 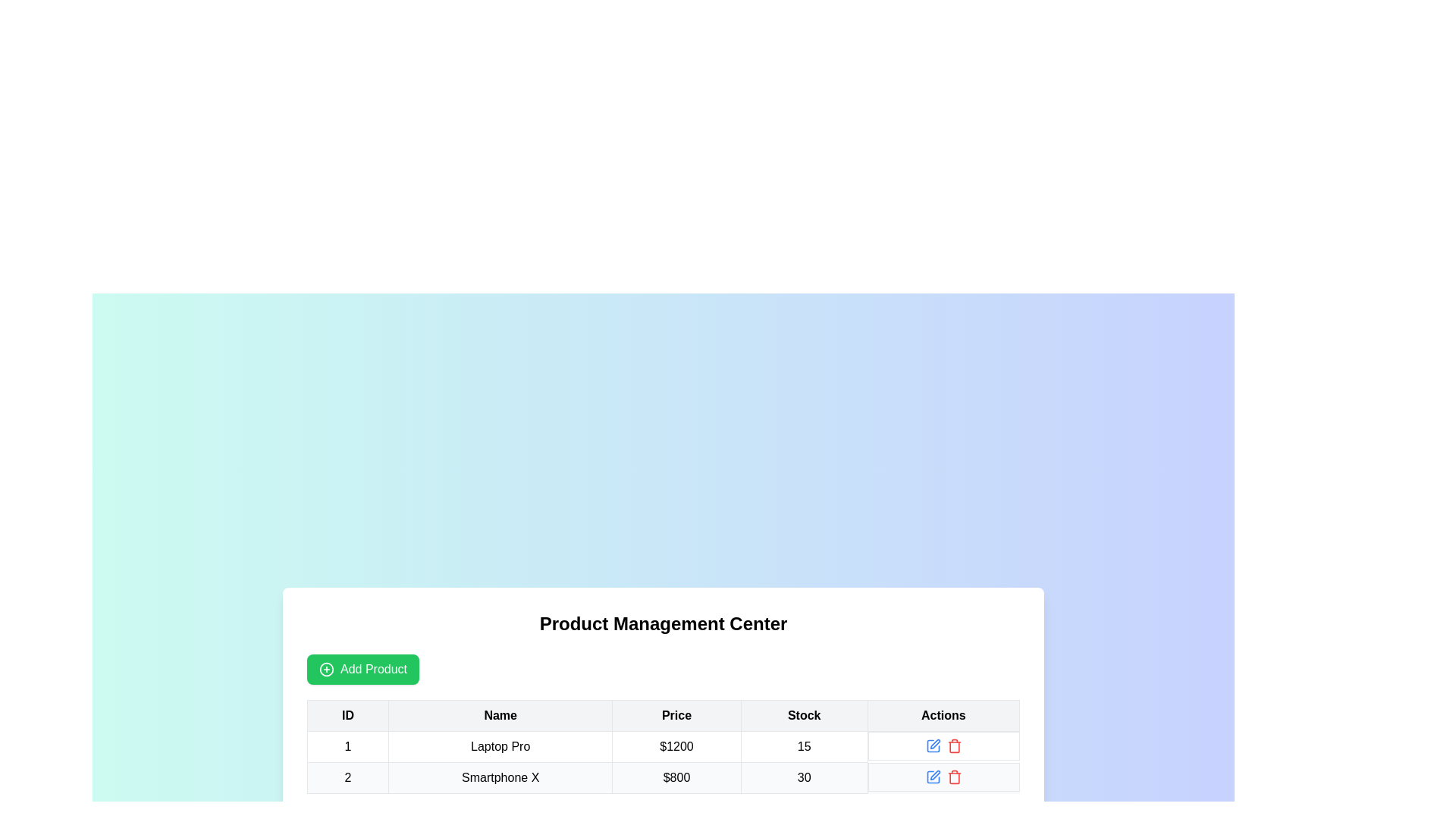 I want to click on the edit icon resembling a pen in the Actions column of the second row of the data table, so click(x=934, y=775).